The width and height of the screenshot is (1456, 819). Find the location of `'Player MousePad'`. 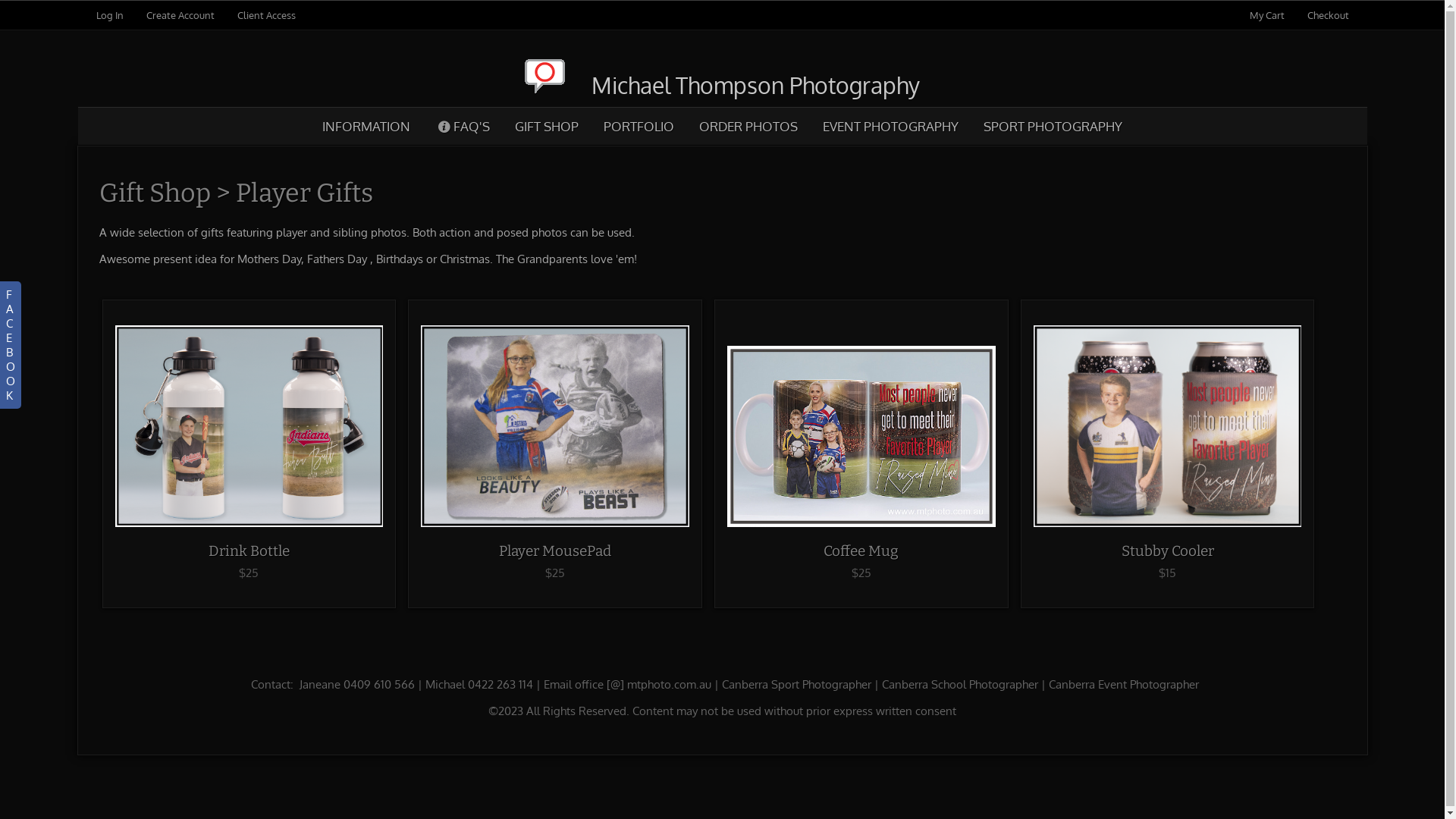

'Player MousePad' is located at coordinates (554, 551).